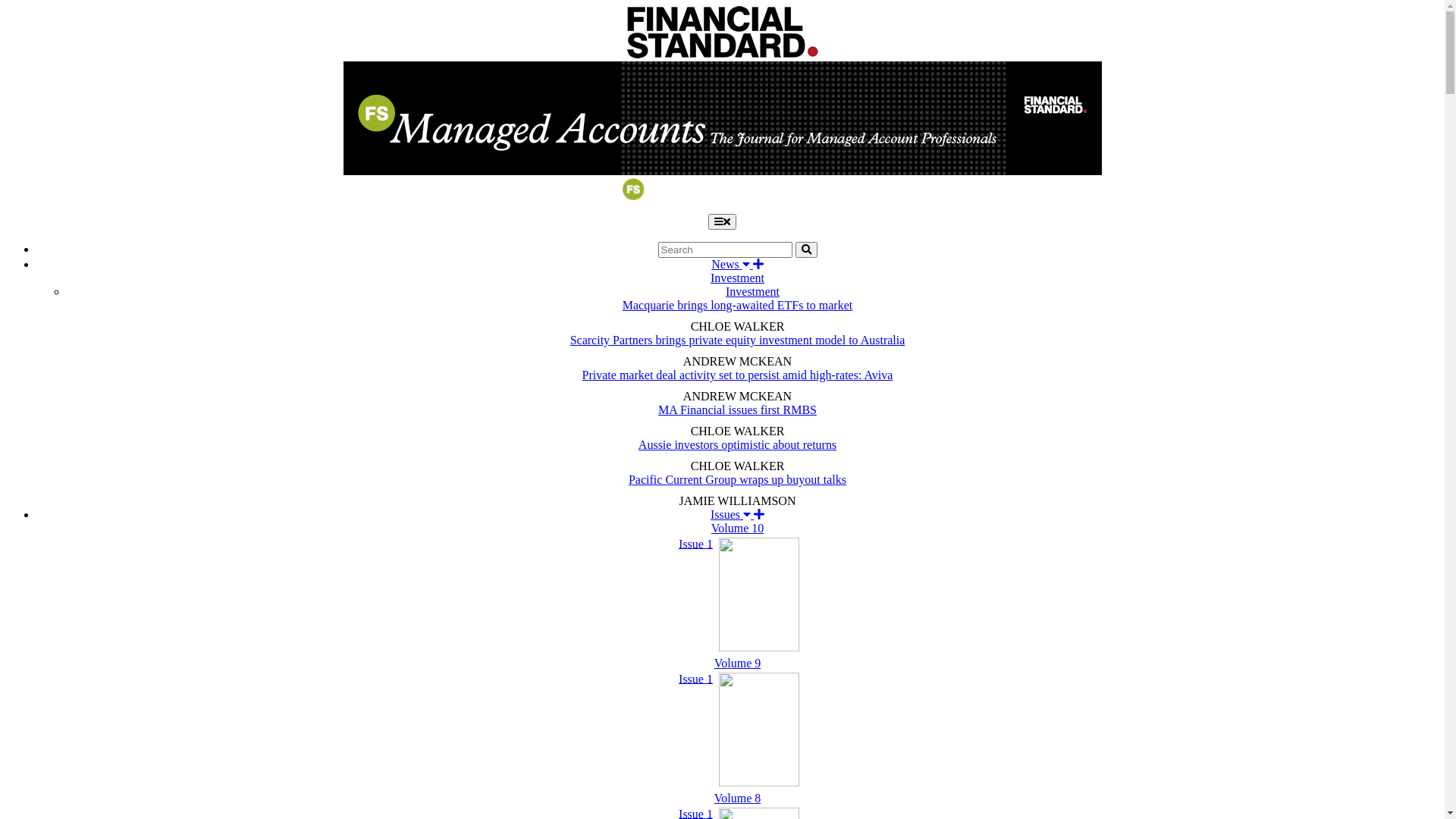 This screenshot has height=819, width=1456. I want to click on 'Volume 10', so click(737, 527).